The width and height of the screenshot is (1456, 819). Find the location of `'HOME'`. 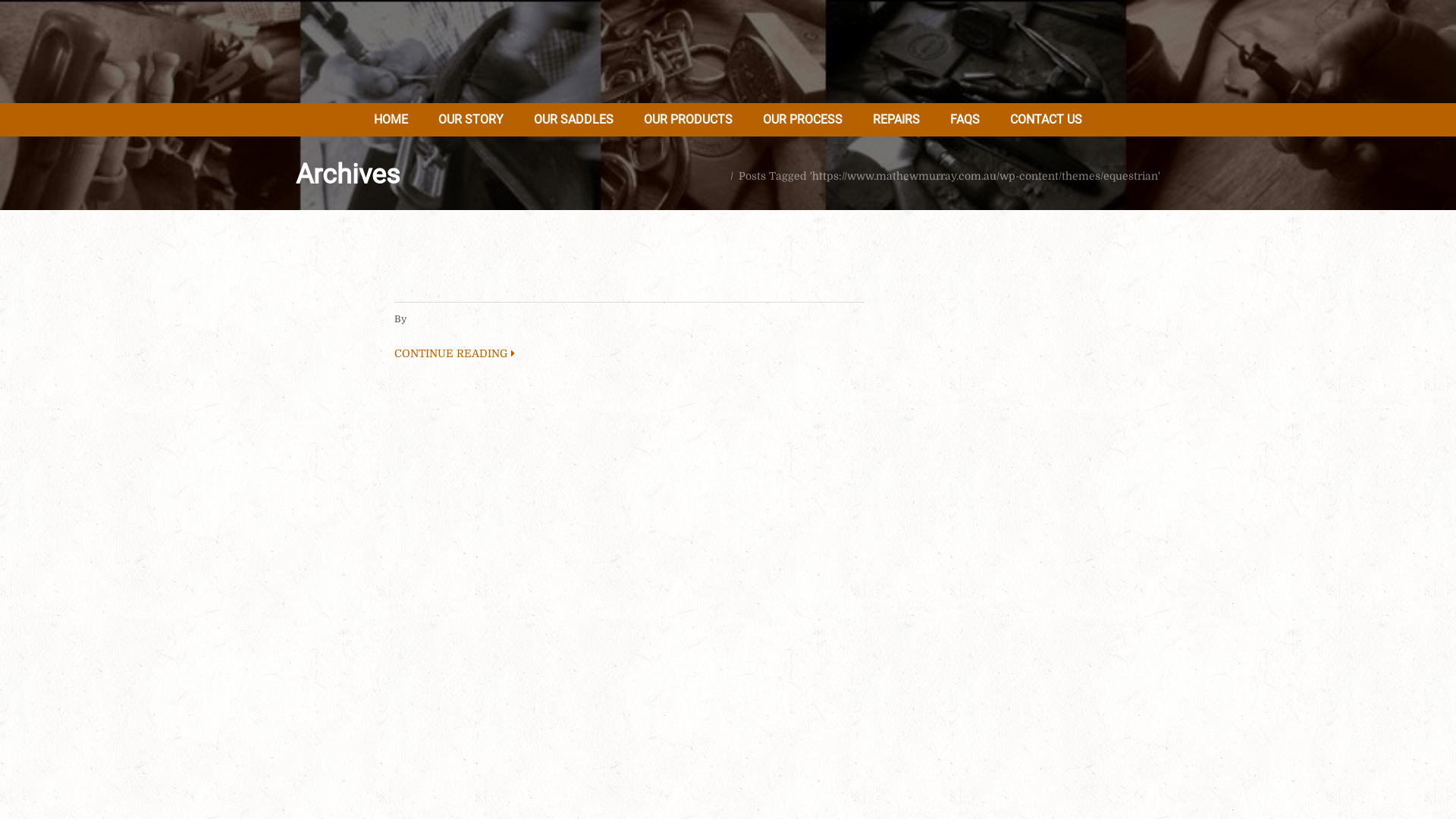

'HOME' is located at coordinates (391, 119).